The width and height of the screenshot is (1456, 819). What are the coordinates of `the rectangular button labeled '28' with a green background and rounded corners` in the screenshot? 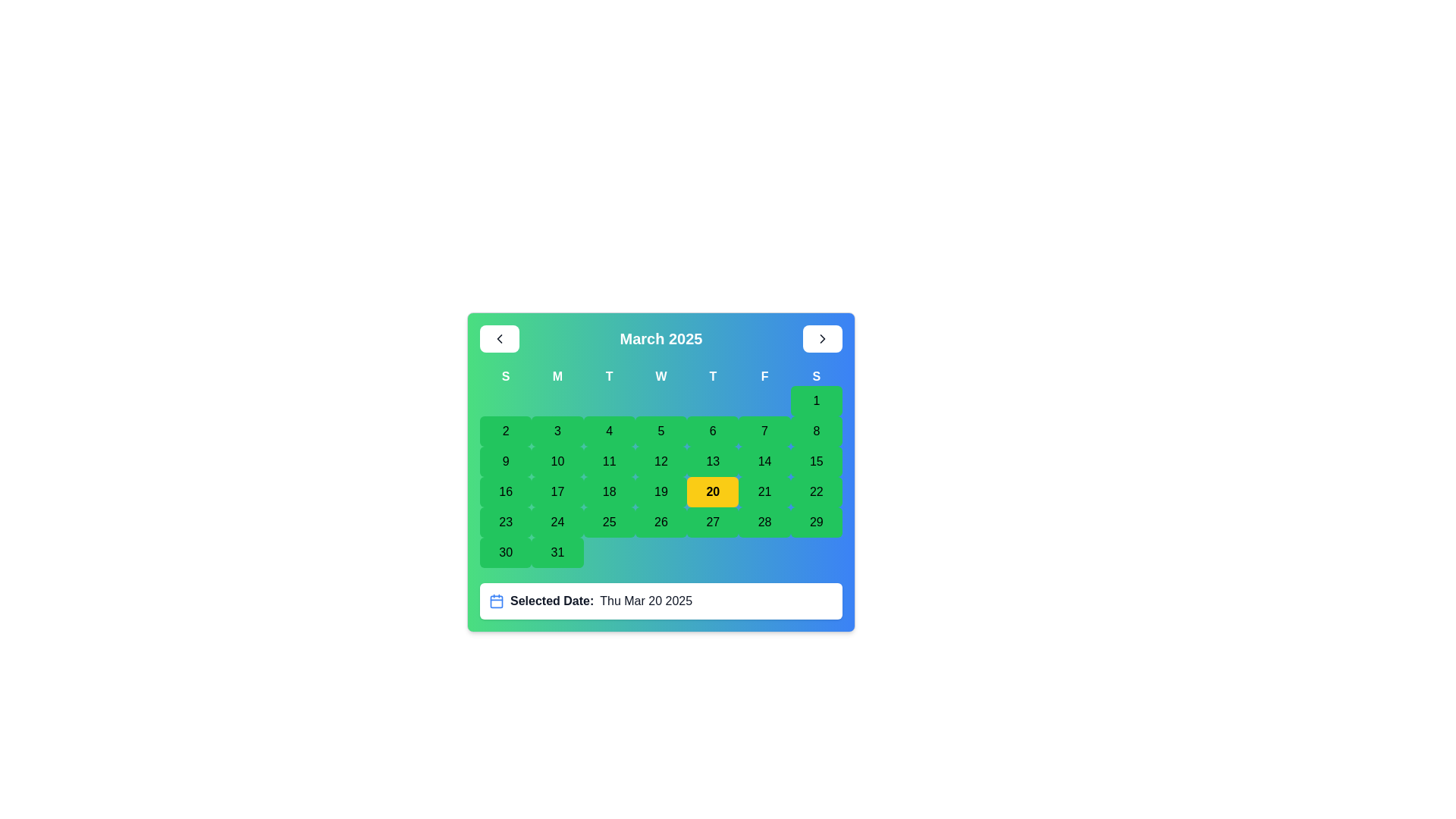 It's located at (764, 522).